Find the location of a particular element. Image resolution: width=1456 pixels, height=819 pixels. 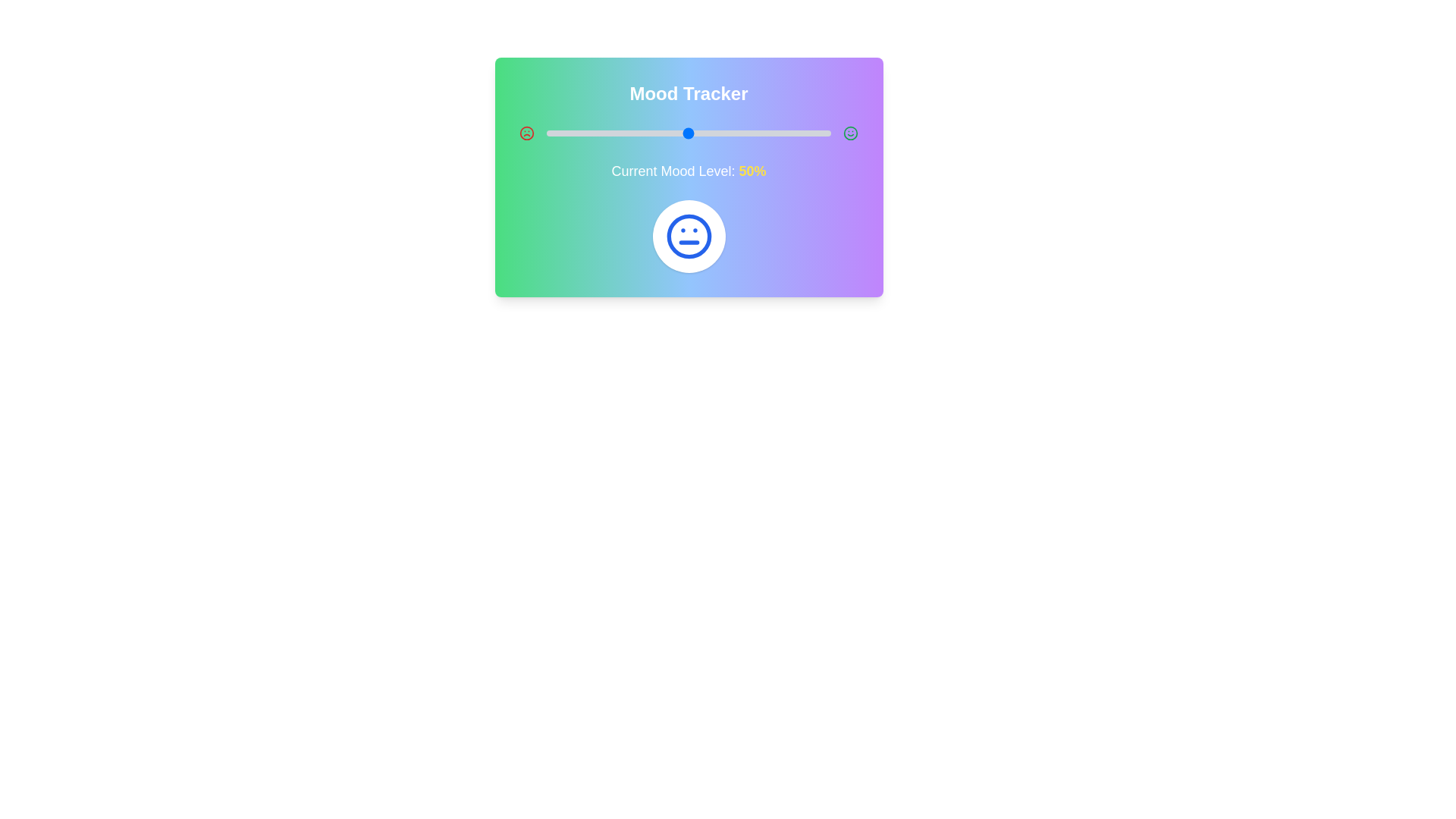

the mood level to 3% by dragging the slider is located at coordinates (554, 133).